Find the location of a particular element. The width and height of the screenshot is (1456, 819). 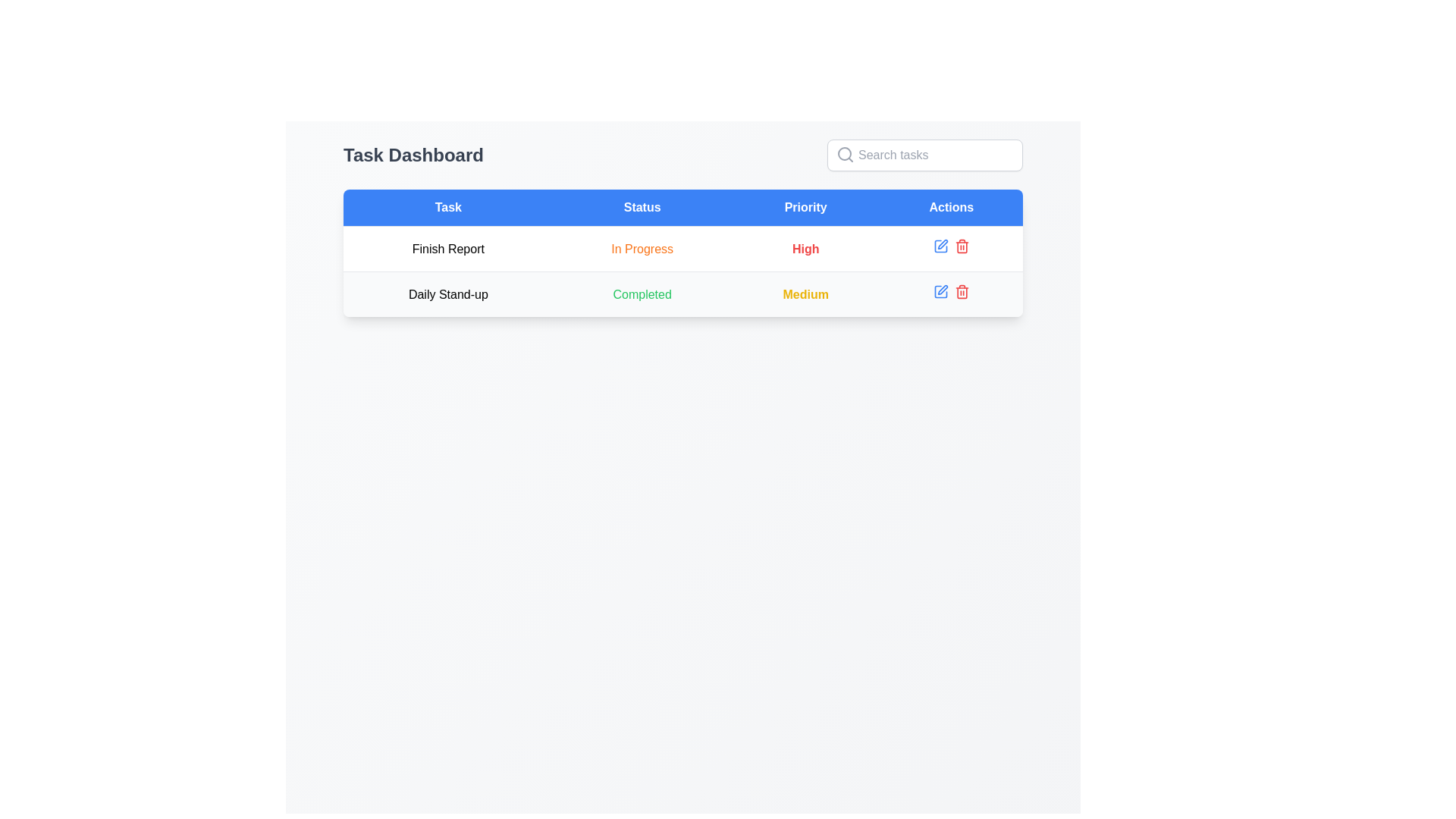

the edit button in the 'Actions' column of the first row in the task table to modify the details of the task with status 'In Progress' and priority 'High' is located at coordinates (940, 245).